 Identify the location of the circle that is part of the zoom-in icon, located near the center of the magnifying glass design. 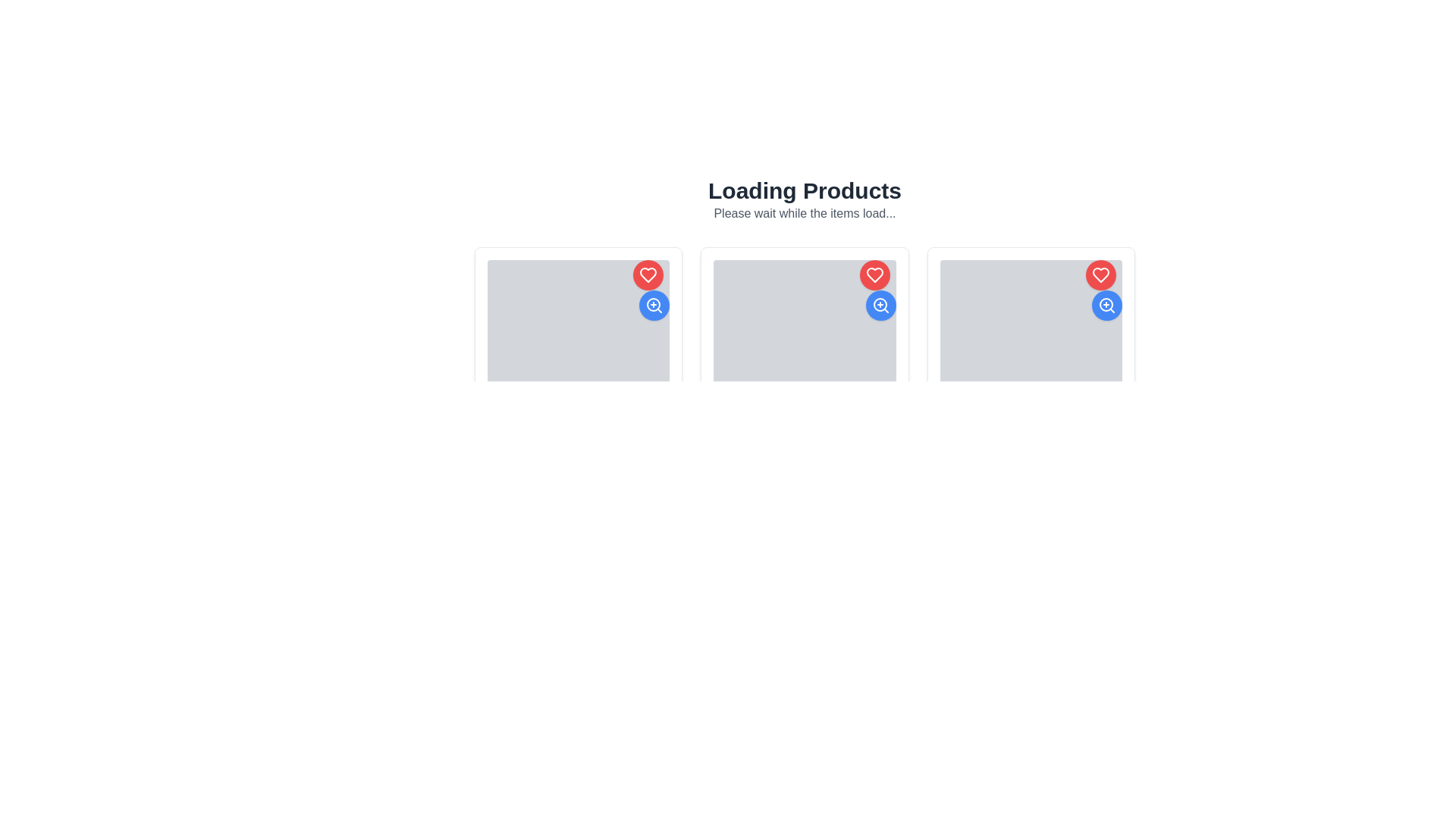
(1106, 304).